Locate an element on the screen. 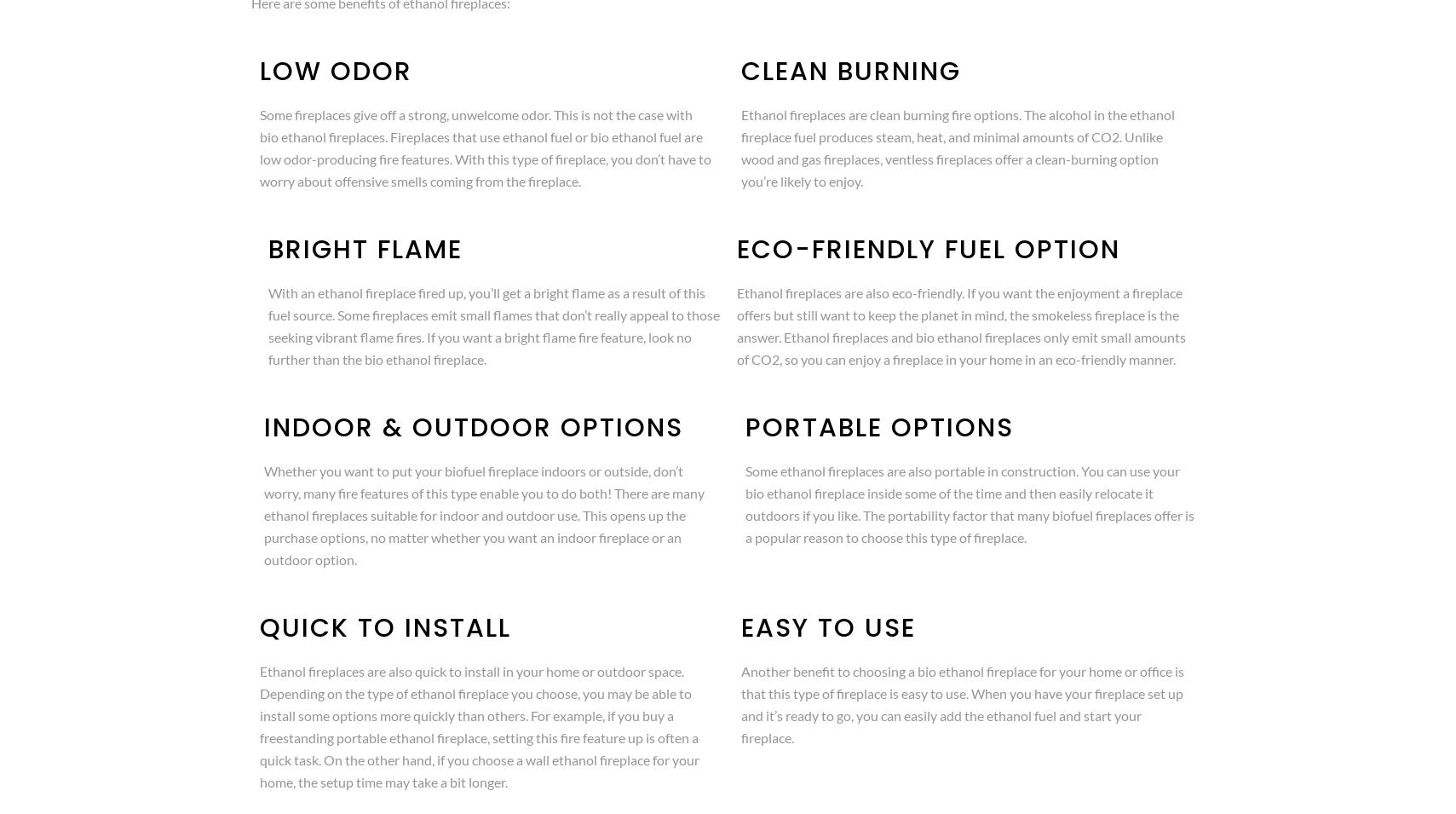 This screenshot has height=814, width=1456. 'Another benefit to choosing a bio ethanol fireplace for your home or office is that this type of fireplace is easy to use. When you have your fireplace set up and it’s ready to go, you can easily add the ethanol fuel and start your fireplace.' is located at coordinates (961, 704).